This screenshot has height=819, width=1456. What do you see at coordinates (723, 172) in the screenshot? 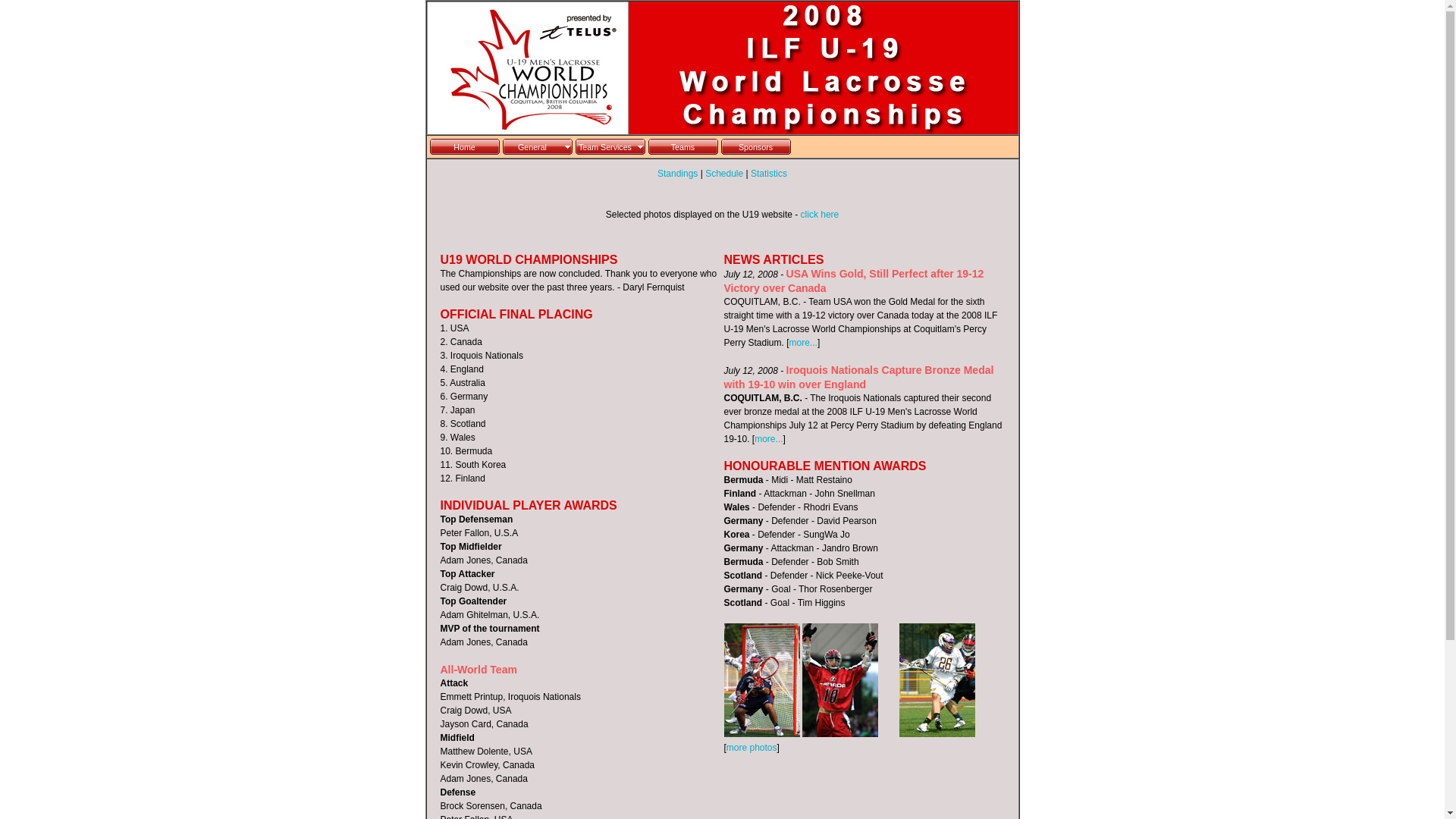
I see `'Schedule'` at bounding box center [723, 172].